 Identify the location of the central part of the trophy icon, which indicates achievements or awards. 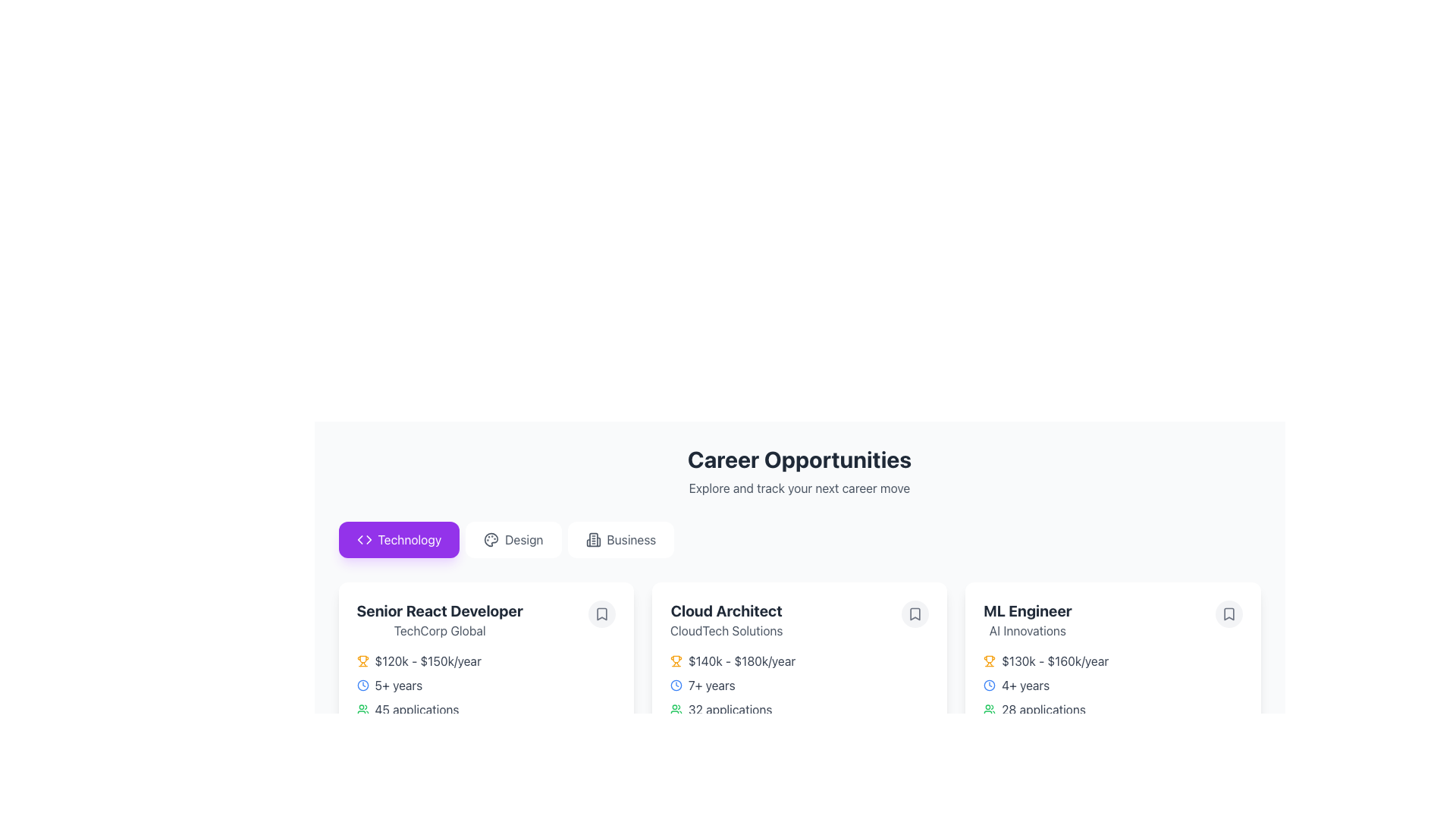
(362, 658).